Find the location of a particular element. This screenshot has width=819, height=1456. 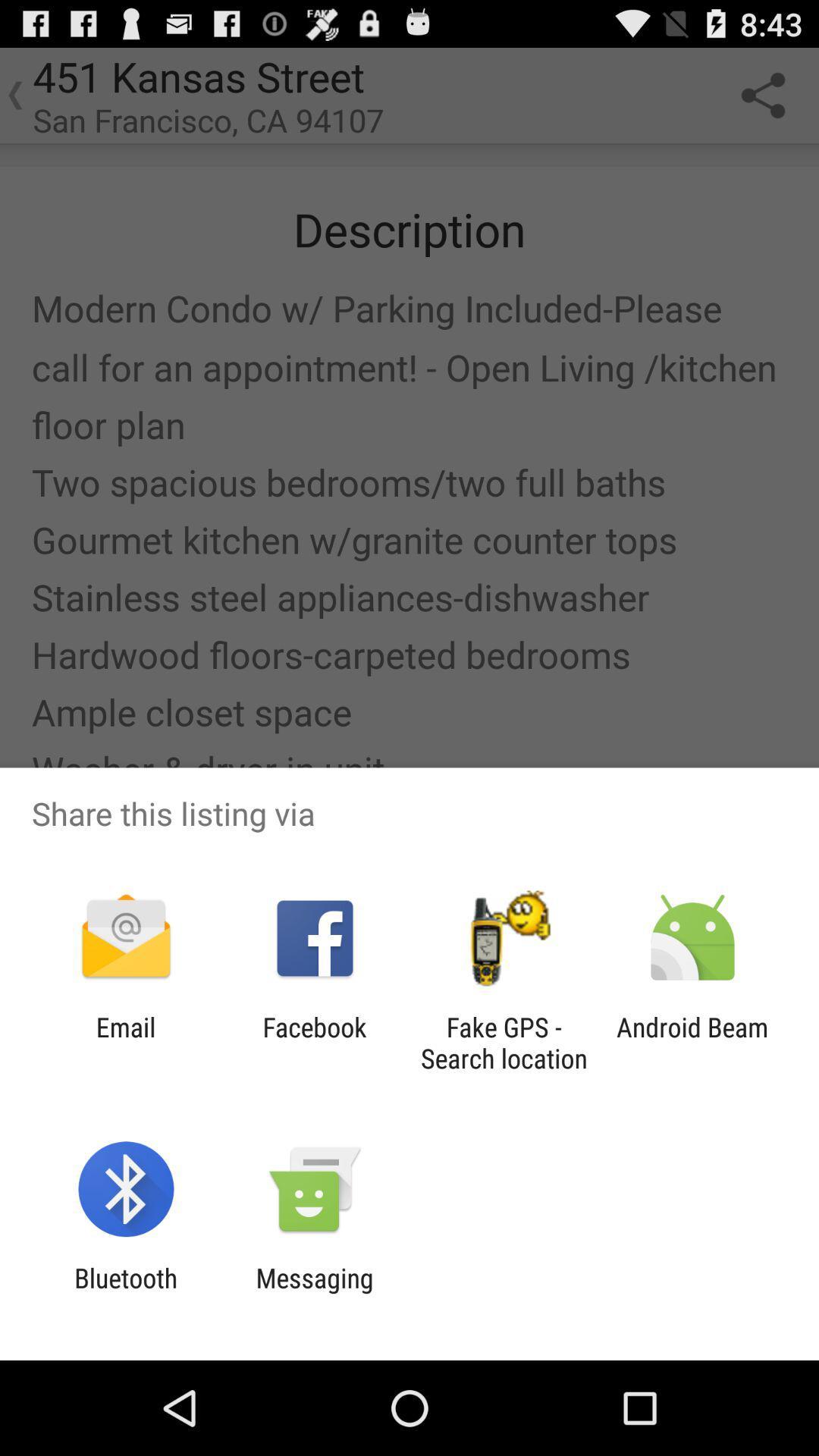

the app to the right of facebook item is located at coordinates (504, 1042).